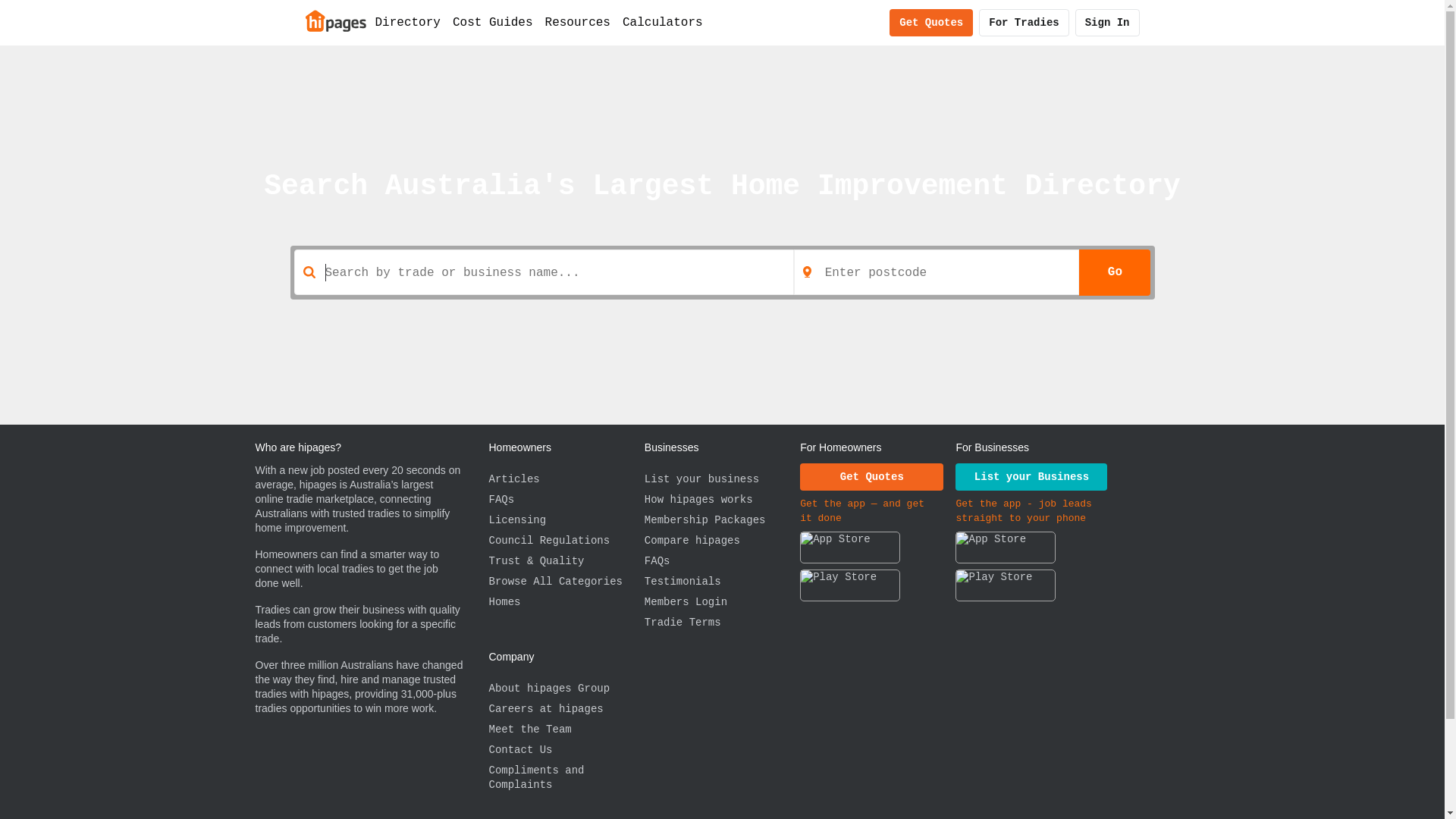 Image resolution: width=1456 pixels, height=819 pixels. I want to click on 'Compare hipages', so click(721, 540).